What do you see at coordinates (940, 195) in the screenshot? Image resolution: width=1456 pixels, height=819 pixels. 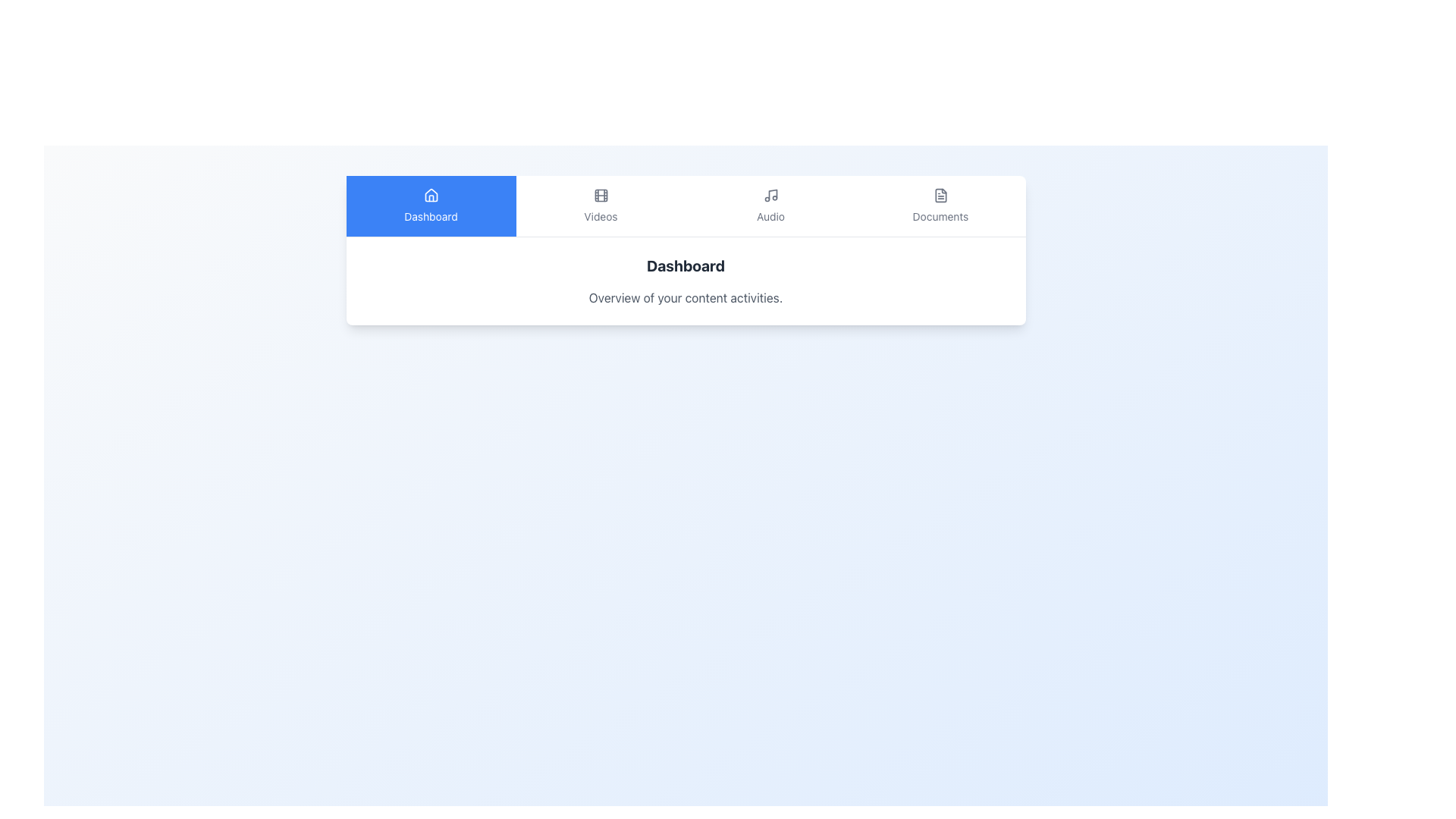 I see `the 'Documents' icon located on the upper navigation bar` at bounding box center [940, 195].